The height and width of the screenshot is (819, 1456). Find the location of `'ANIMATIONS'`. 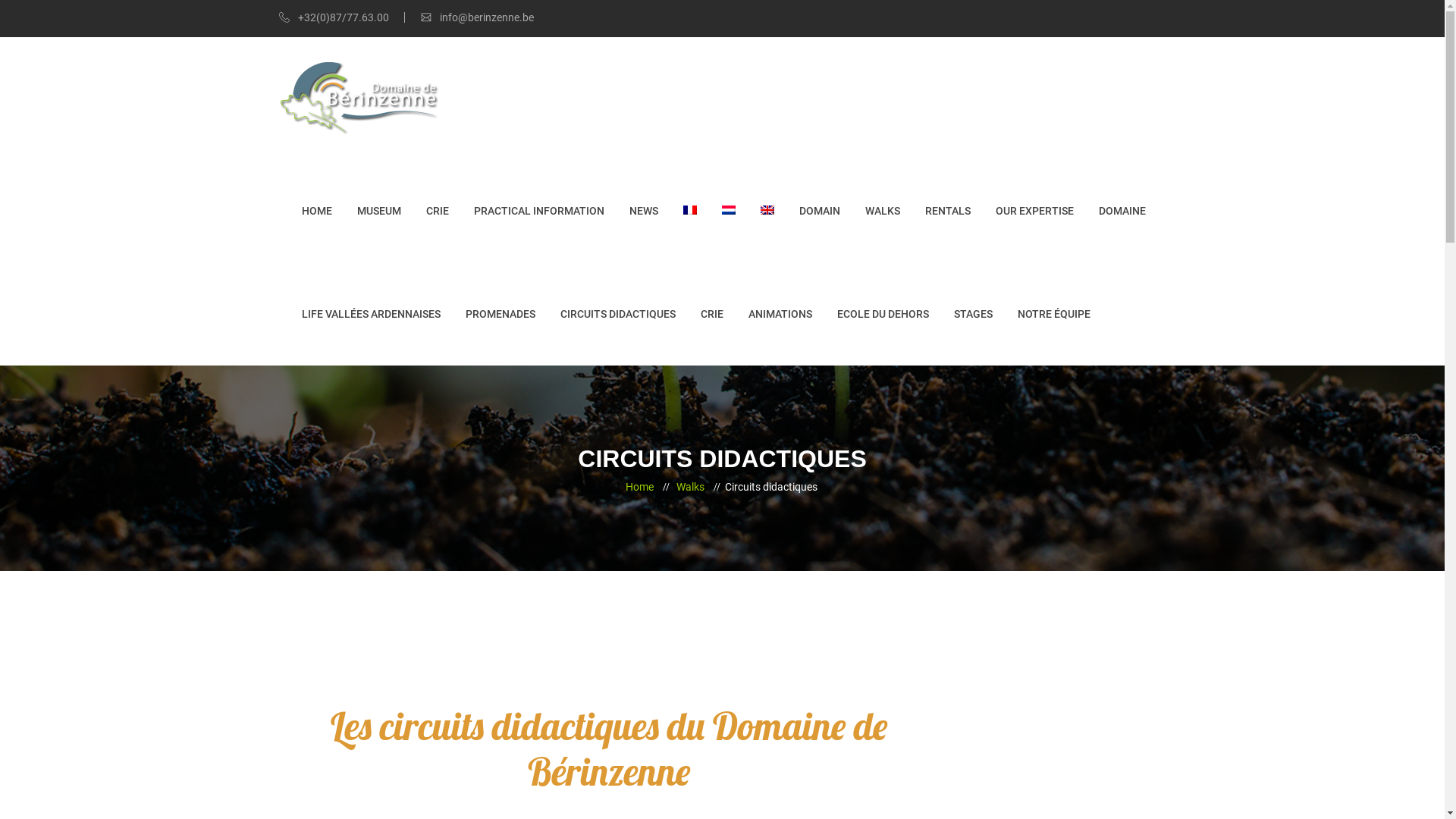

'ANIMATIONS' is located at coordinates (747, 312).